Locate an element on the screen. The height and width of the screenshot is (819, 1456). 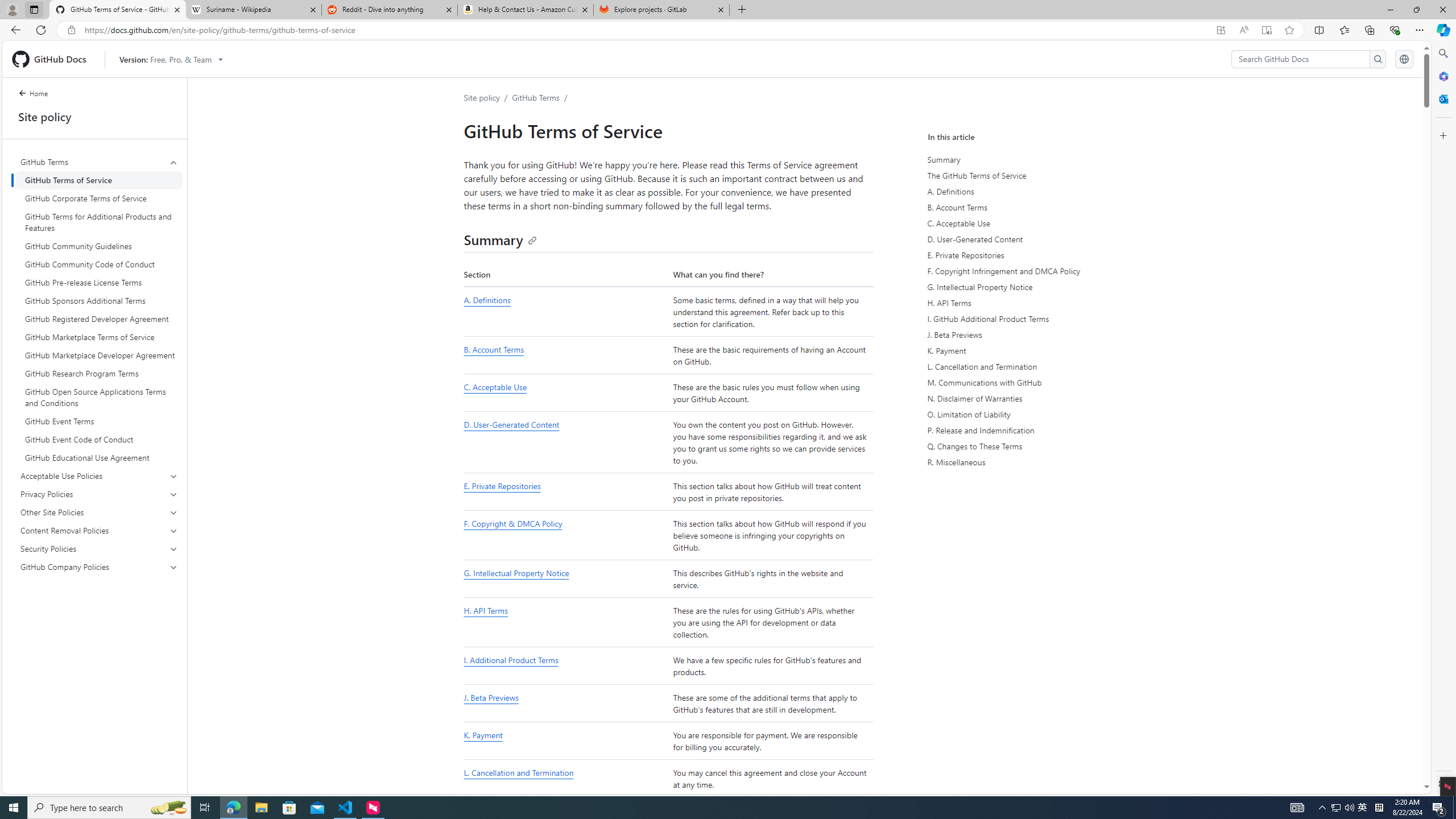
'F. Copyright Infringement and DMCA Policy' is located at coordinates (1034, 271).